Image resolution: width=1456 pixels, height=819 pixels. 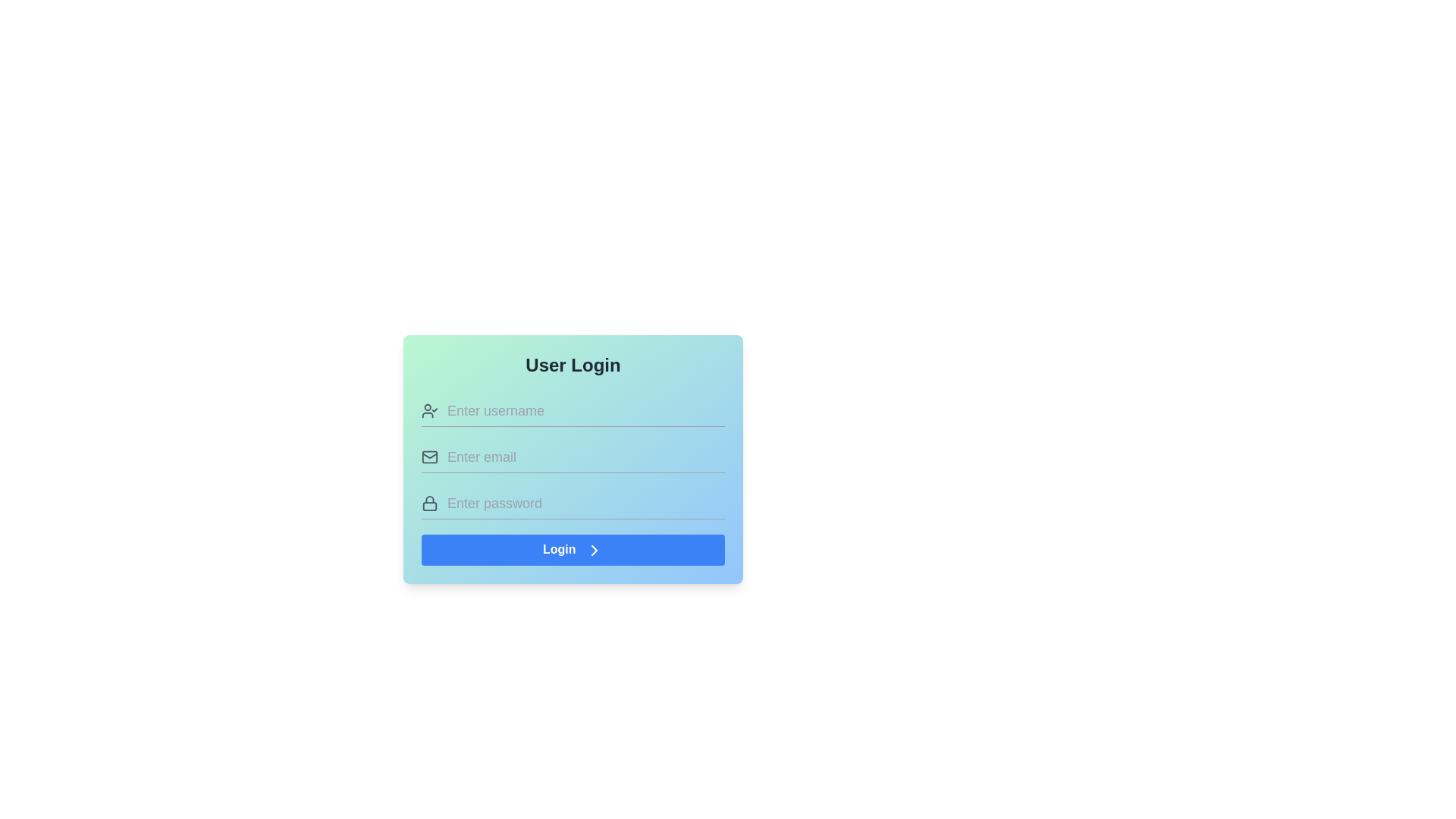 I want to click on the rightward-pointing chevron SVG graphic located next to the 'Login' button, so click(x=593, y=550).